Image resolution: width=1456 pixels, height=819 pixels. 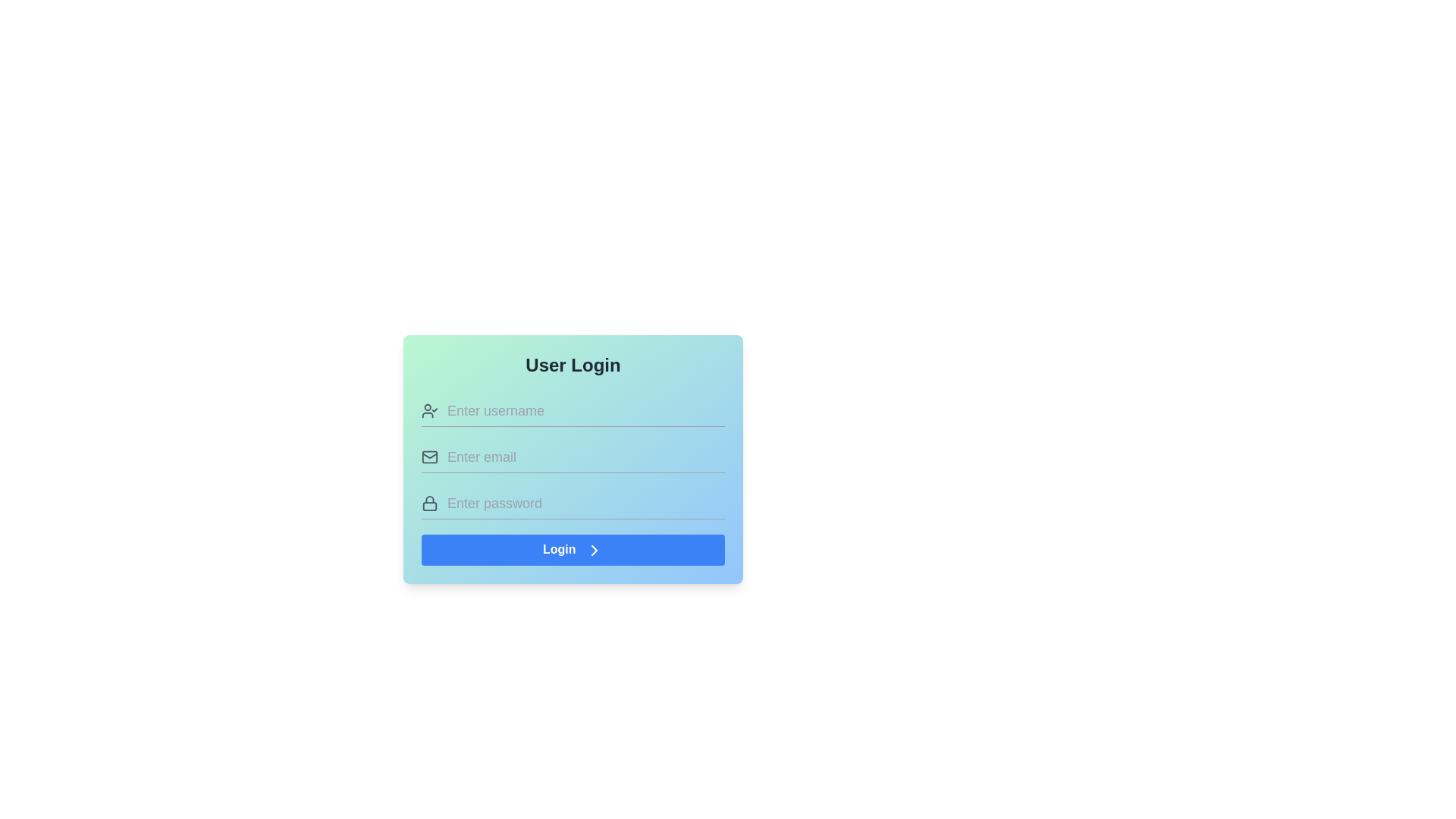 I want to click on the rightward-pointing chevron SVG graphic located next to the 'Login' button, so click(x=593, y=550).